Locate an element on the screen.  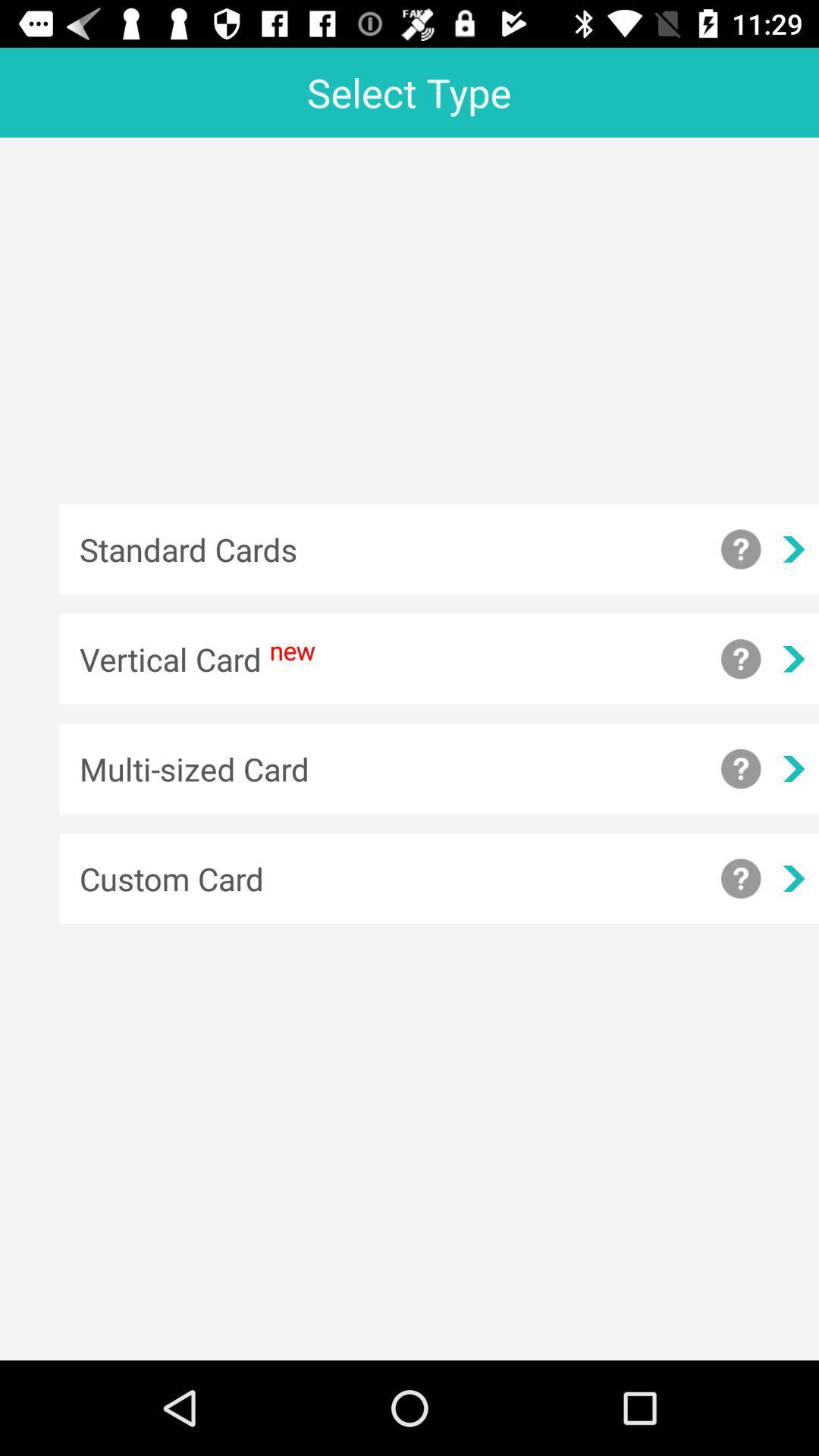
show questions is located at coordinates (740, 659).